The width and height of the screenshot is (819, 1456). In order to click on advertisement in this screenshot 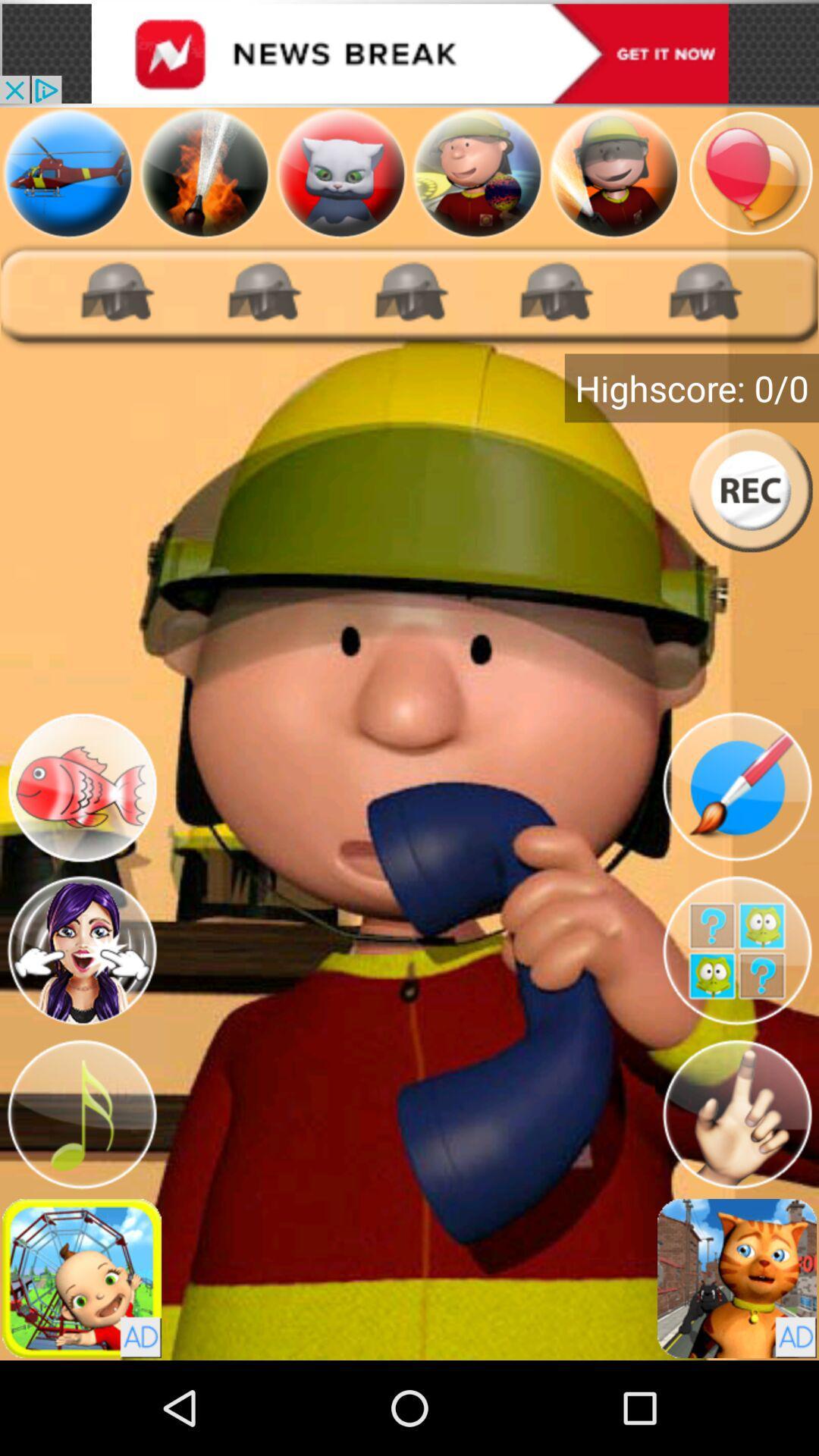, I will do `click(82, 1277)`.